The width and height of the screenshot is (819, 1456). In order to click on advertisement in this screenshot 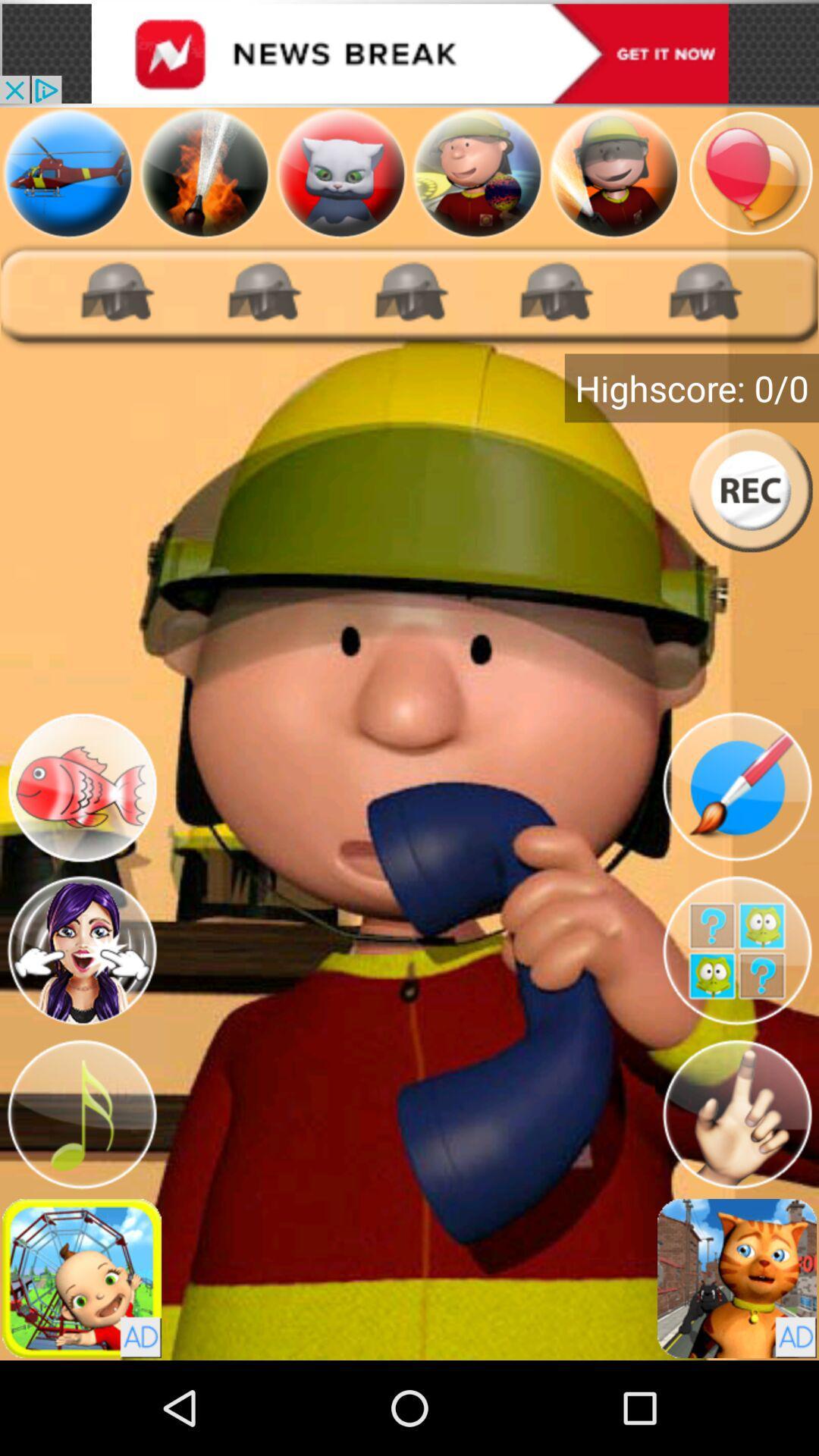, I will do `click(82, 1277)`.